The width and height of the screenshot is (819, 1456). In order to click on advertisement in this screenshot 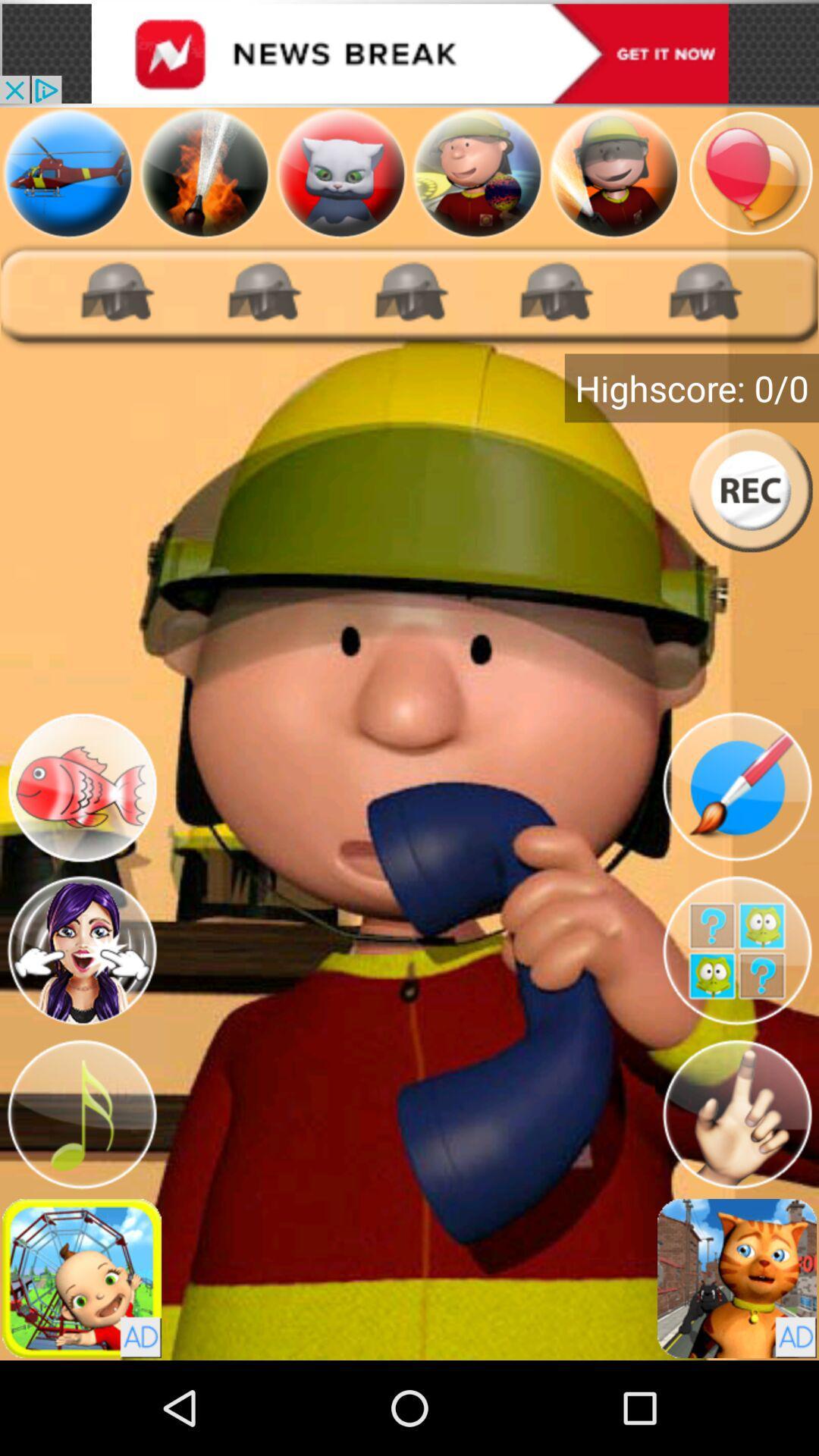, I will do `click(82, 1277)`.